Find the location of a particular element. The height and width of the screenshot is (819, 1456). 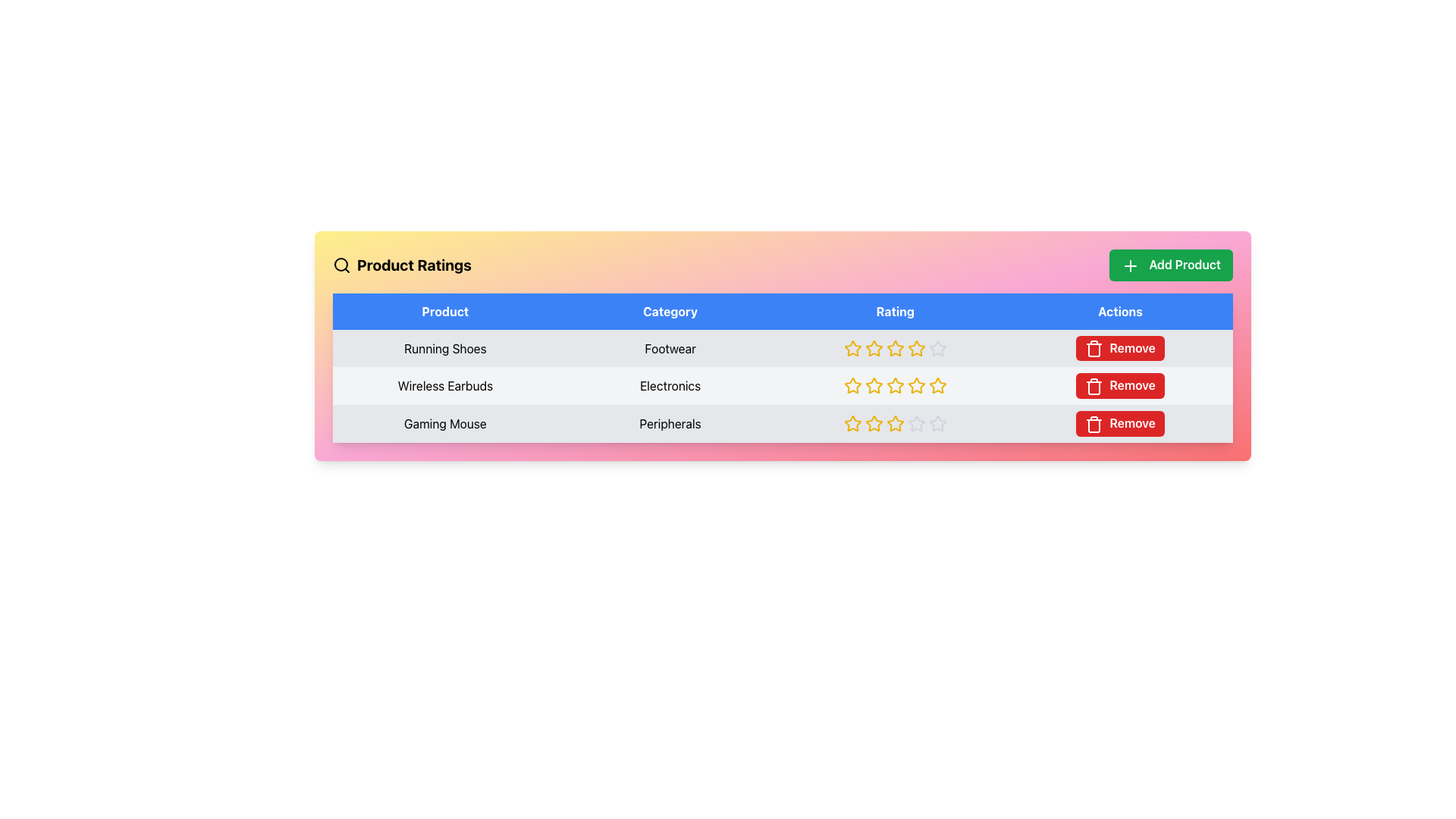

the third yellow star icon in the Rating column for Wireless Earbuds to give a rating is located at coordinates (895, 385).